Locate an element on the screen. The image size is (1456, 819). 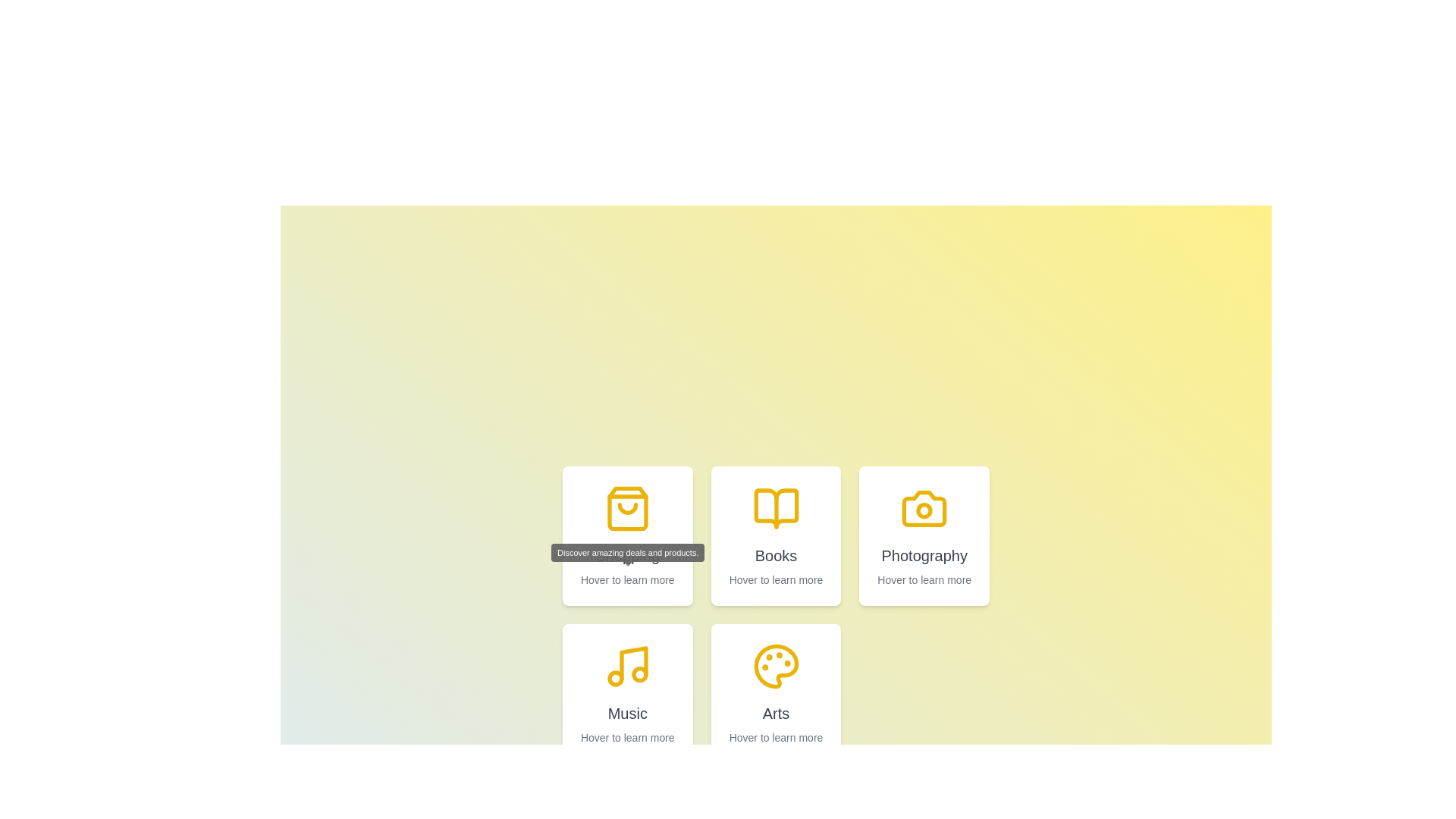
the grid containing informational cards is located at coordinates (776, 614).